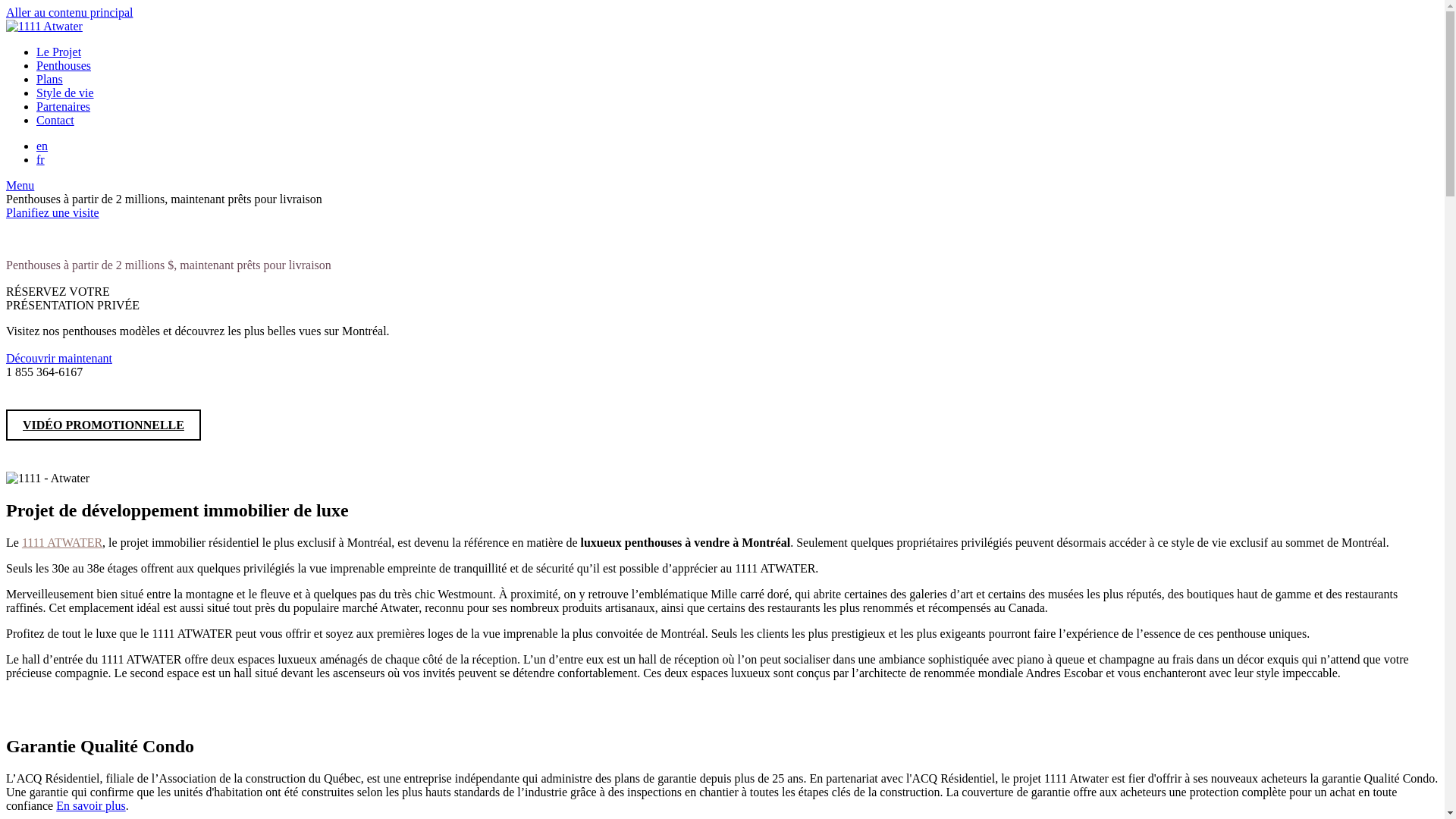 The image size is (1456, 819). What do you see at coordinates (68, 12) in the screenshot?
I see `'Aller au contenu principal'` at bounding box center [68, 12].